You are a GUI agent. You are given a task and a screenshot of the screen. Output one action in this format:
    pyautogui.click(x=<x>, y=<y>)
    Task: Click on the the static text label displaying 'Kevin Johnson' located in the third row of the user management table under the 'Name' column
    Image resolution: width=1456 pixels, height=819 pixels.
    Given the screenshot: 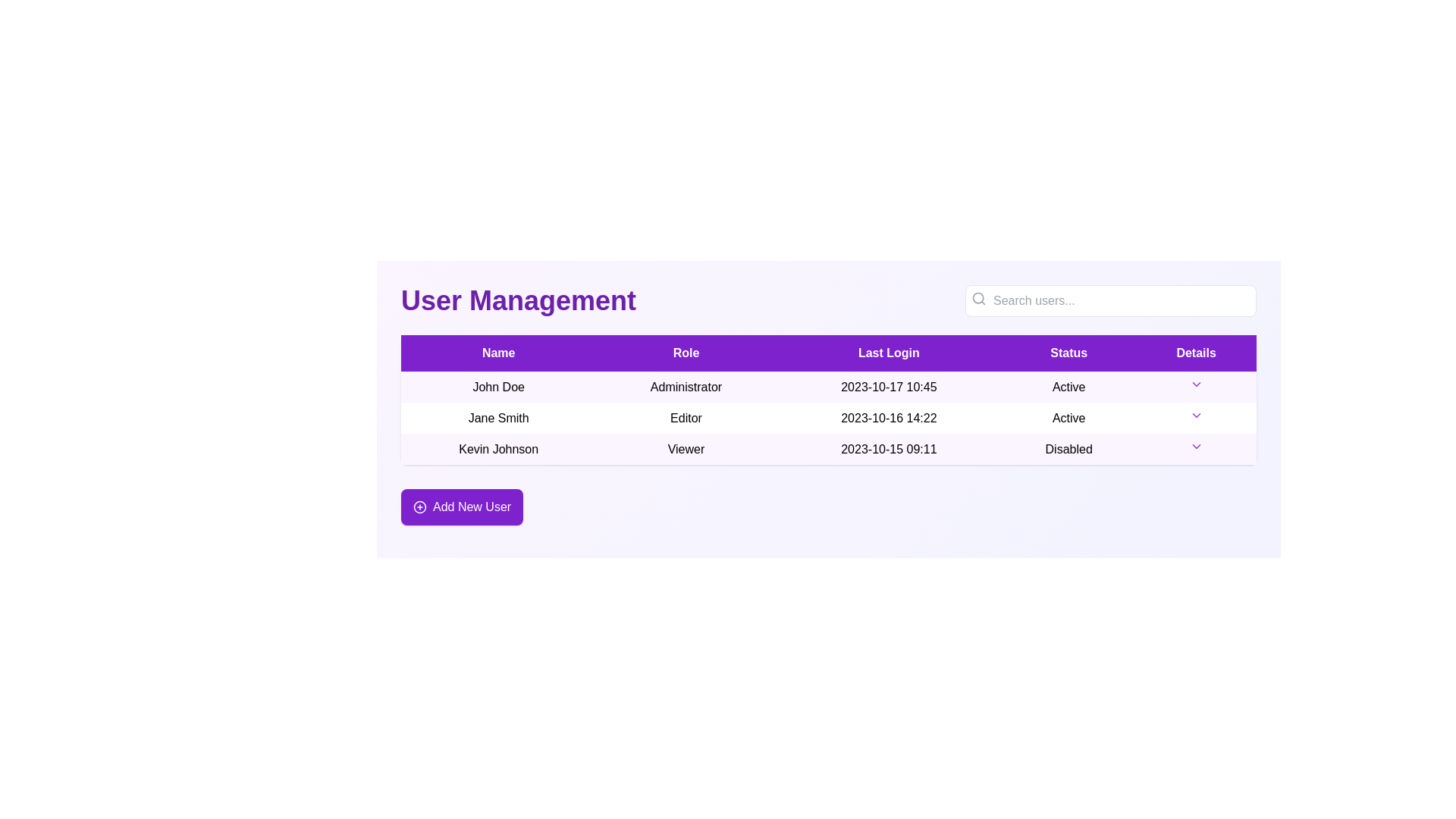 What is the action you would take?
    pyautogui.click(x=498, y=448)
    